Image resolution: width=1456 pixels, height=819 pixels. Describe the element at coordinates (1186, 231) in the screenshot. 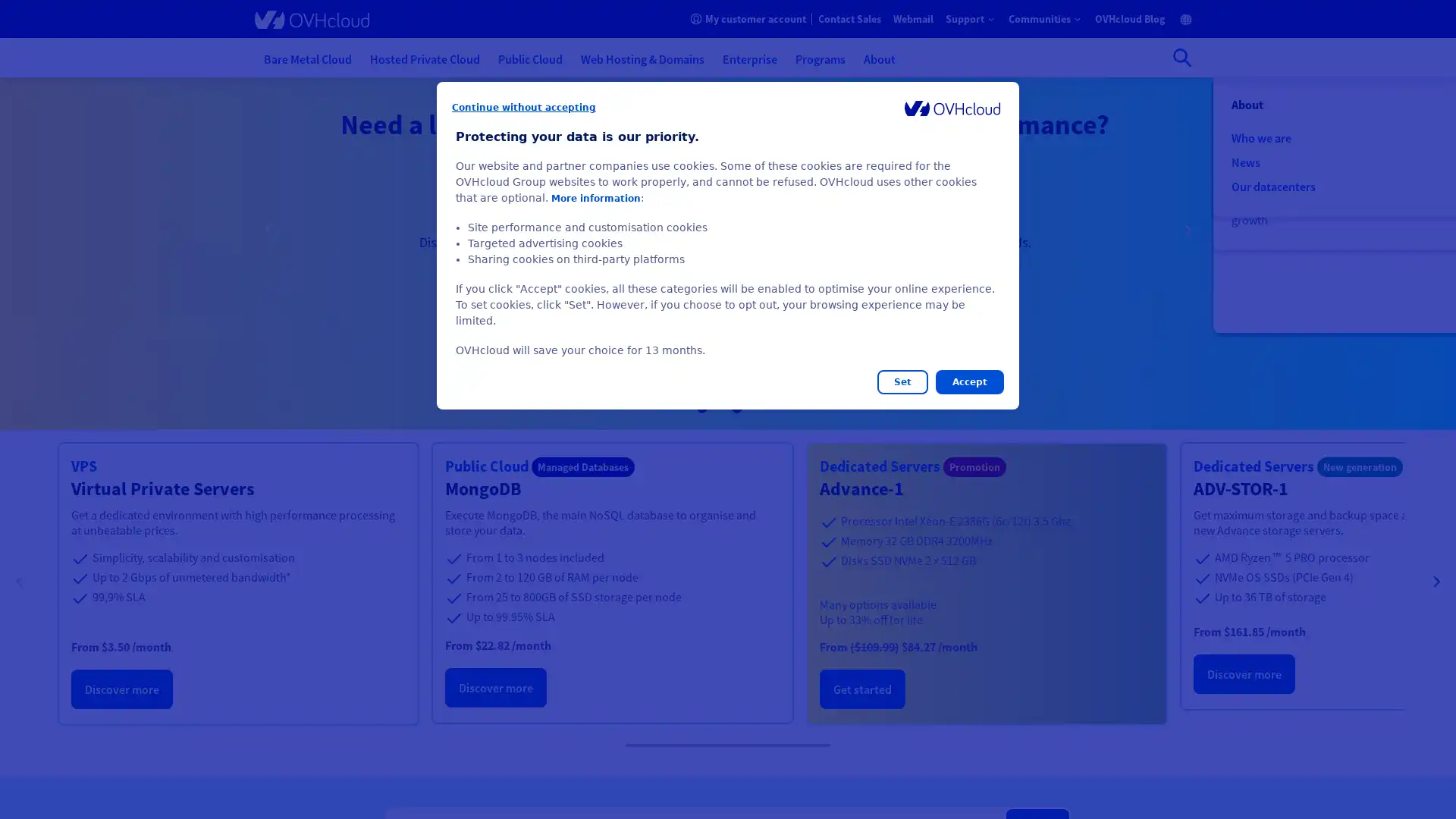

I see `Next` at that location.